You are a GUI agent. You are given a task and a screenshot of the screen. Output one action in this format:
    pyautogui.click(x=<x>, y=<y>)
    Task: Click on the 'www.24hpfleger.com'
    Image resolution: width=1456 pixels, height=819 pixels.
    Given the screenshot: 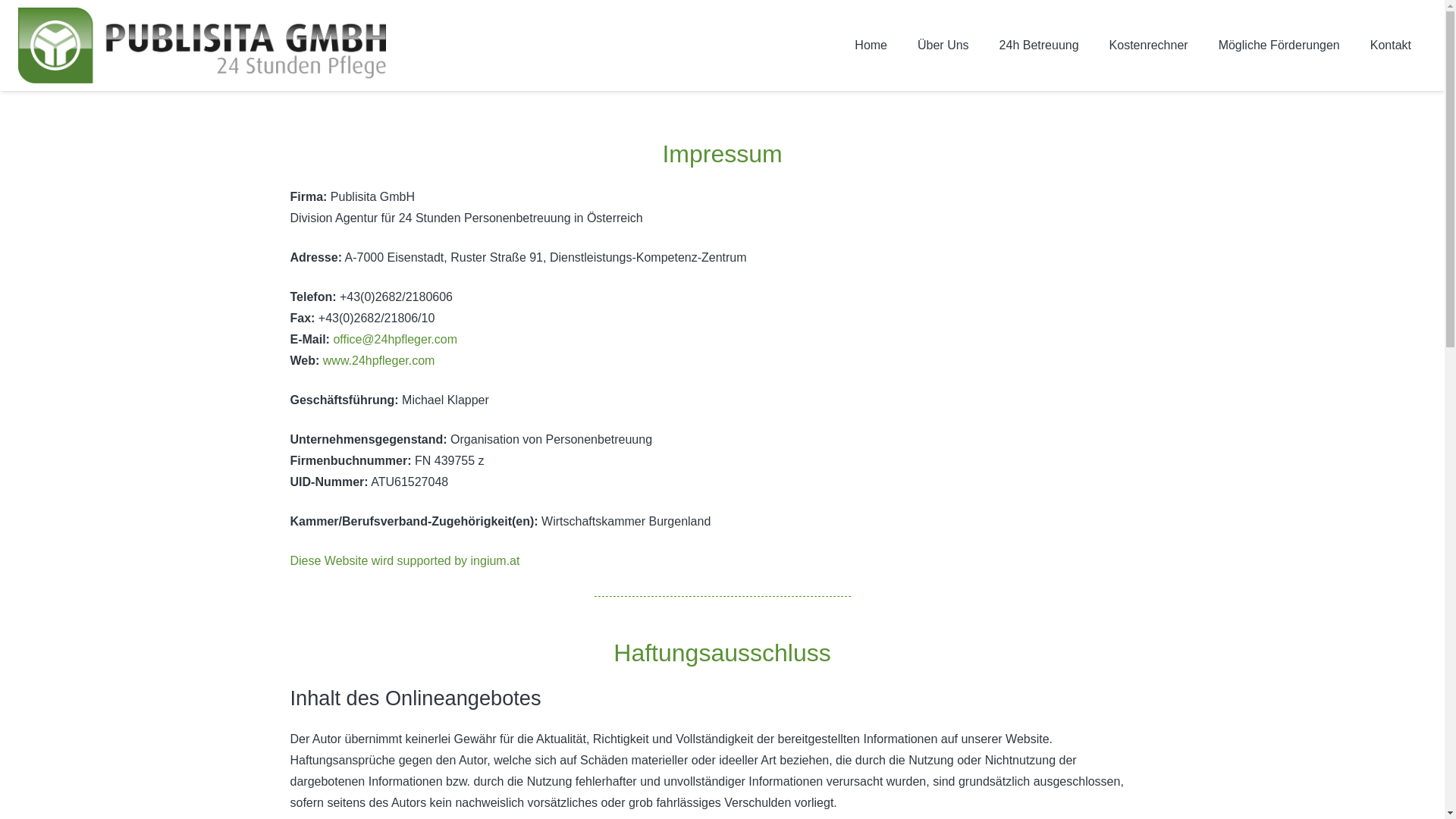 What is the action you would take?
    pyautogui.click(x=378, y=360)
    